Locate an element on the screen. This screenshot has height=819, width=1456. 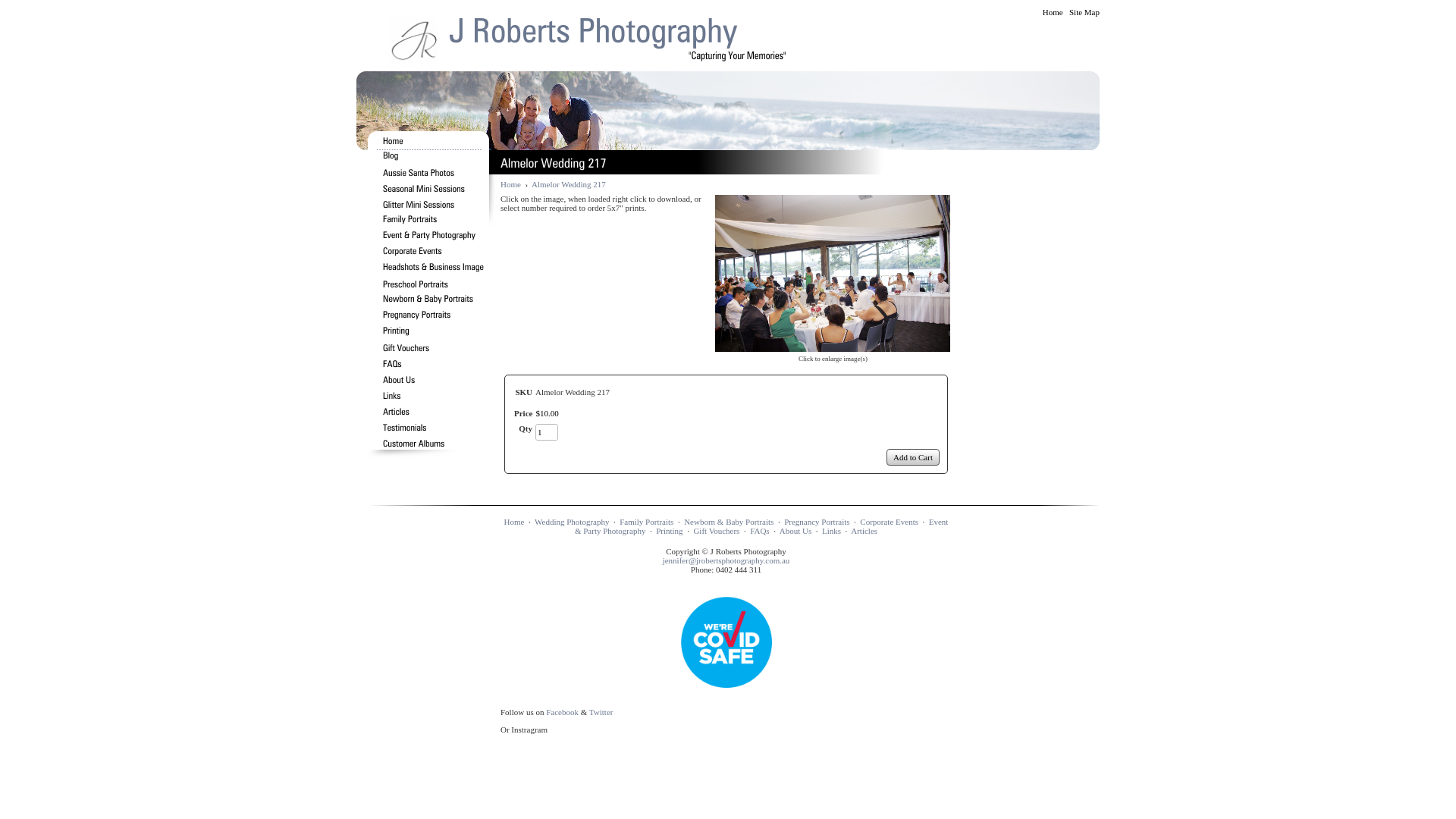
'jennifer@jrobertsphotography.com.au' is located at coordinates (662, 560).